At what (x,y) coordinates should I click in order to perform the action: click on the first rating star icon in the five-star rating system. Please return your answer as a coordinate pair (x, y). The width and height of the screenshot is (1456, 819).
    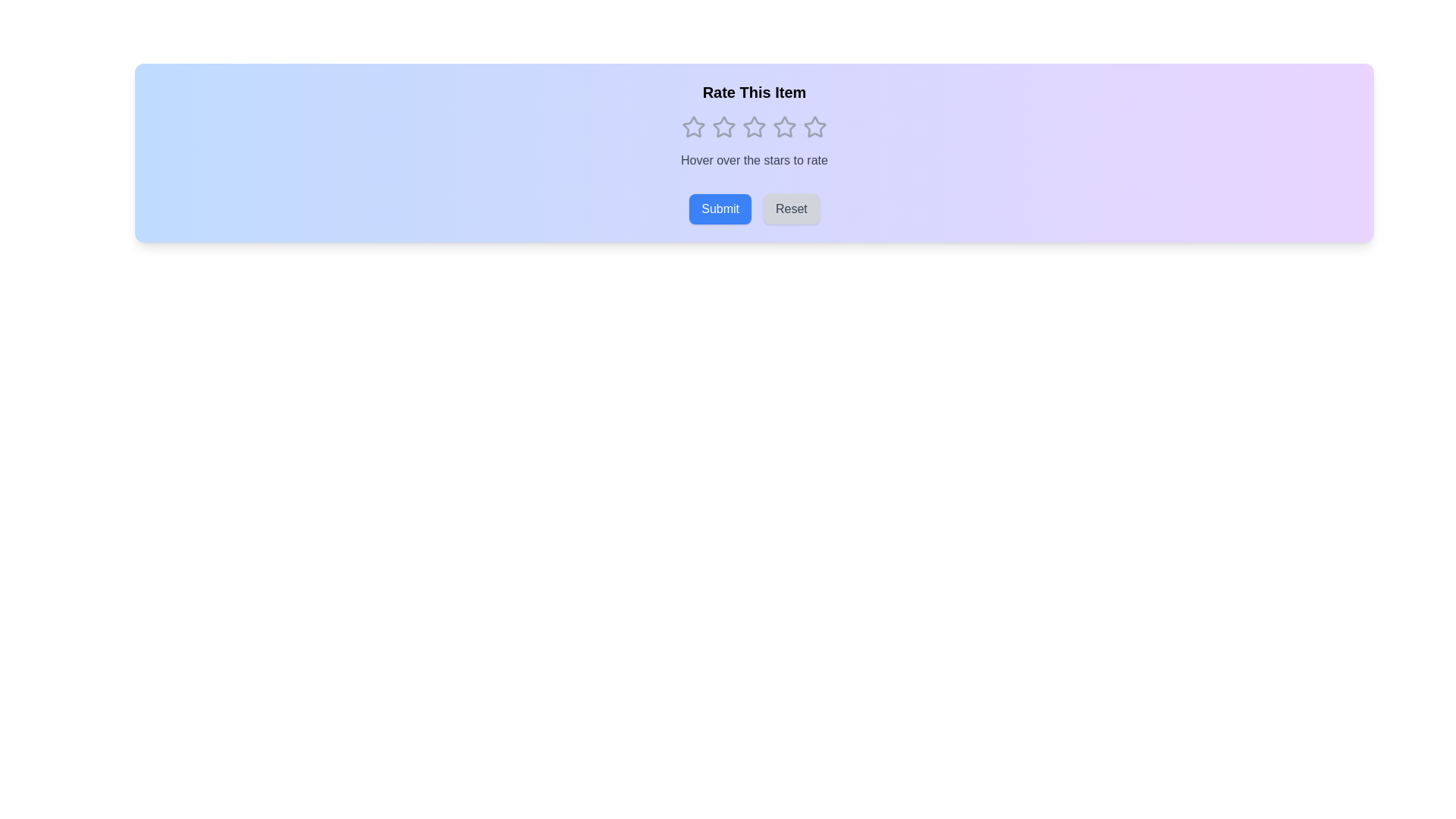
    Looking at the image, I should click on (723, 126).